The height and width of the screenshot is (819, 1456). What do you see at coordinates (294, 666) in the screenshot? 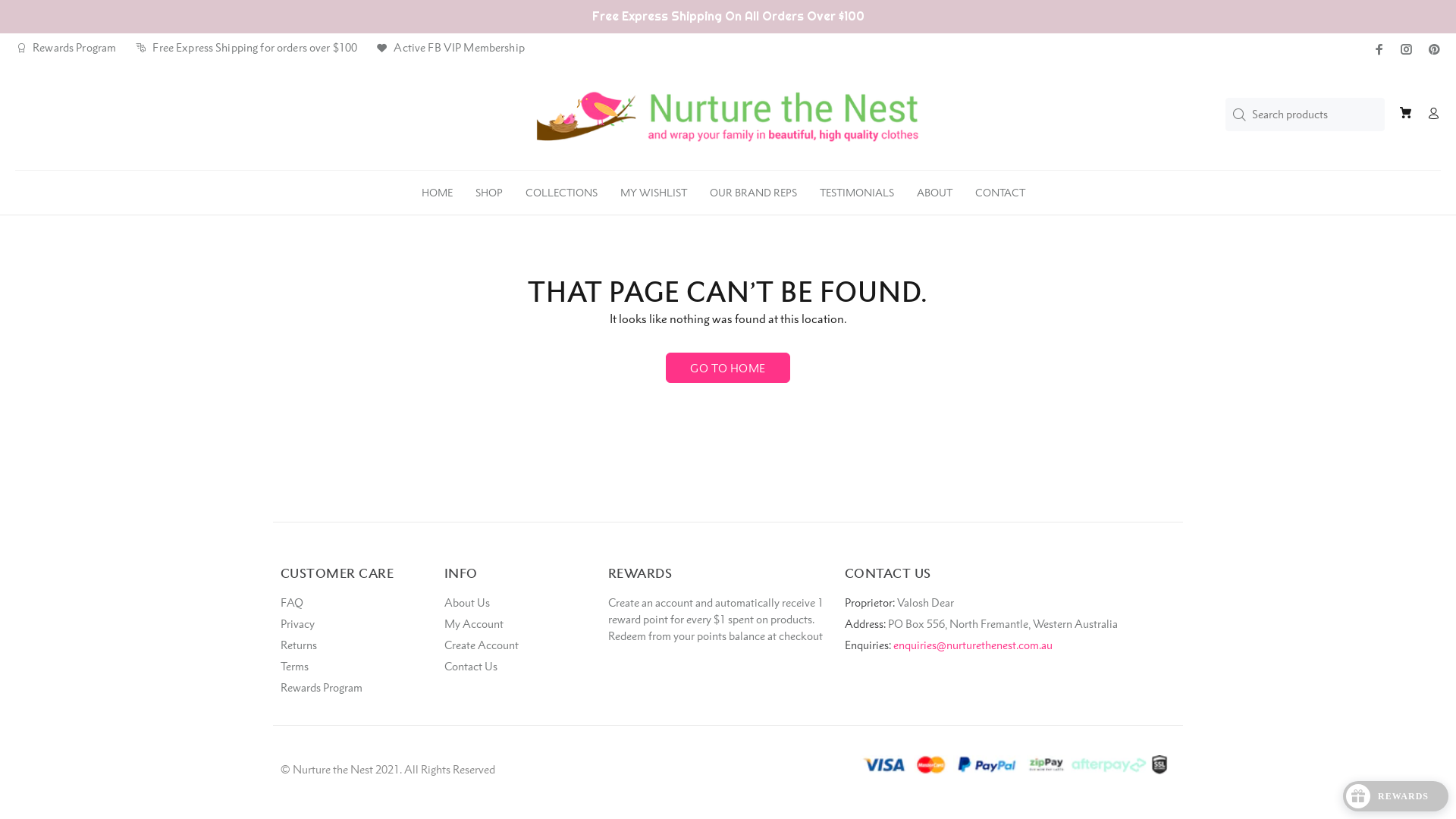
I see `'Terms'` at bounding box center [294, 666].